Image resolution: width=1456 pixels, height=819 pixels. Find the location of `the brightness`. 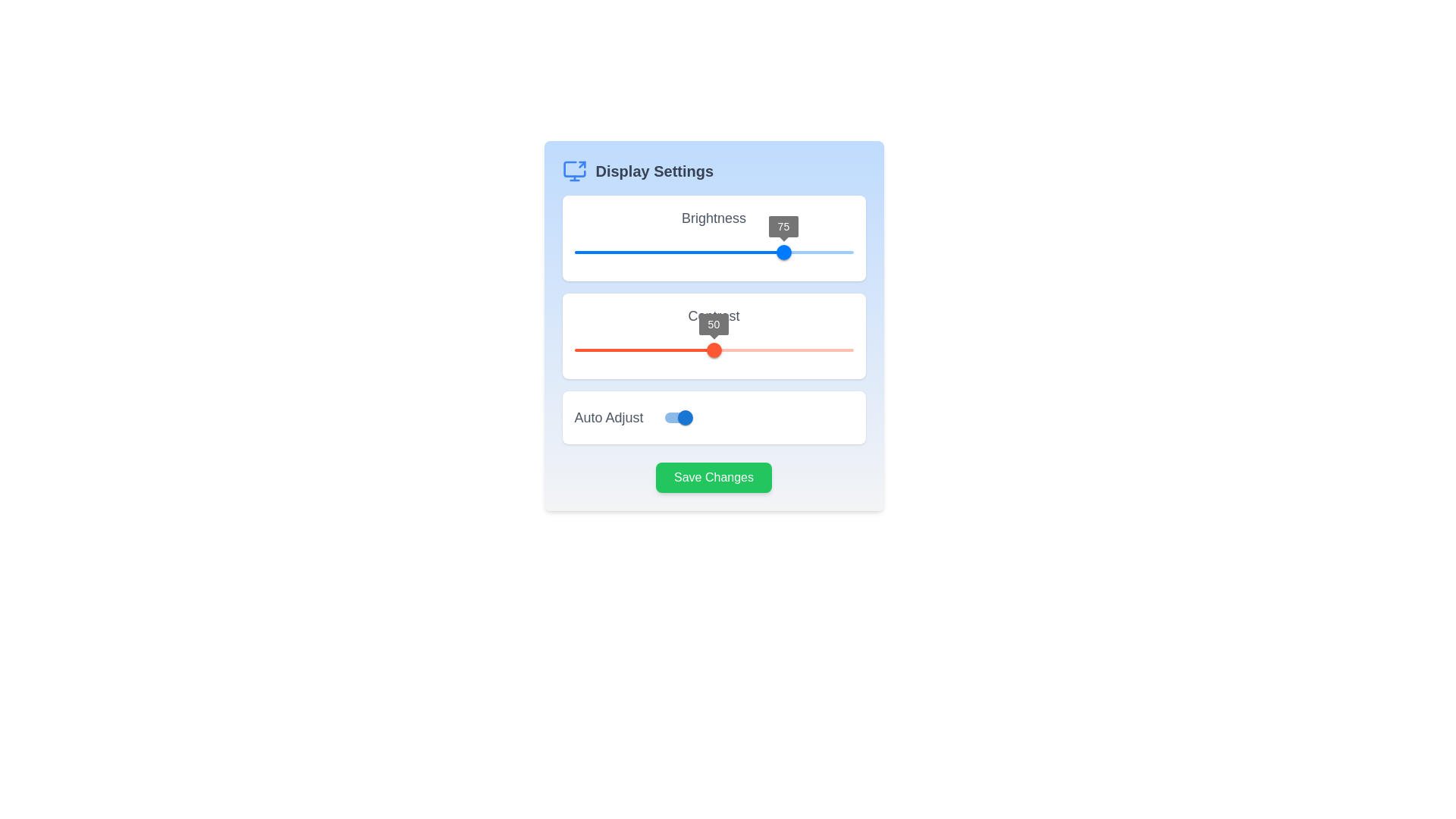

the brightness is located at coordinates (827, 251).